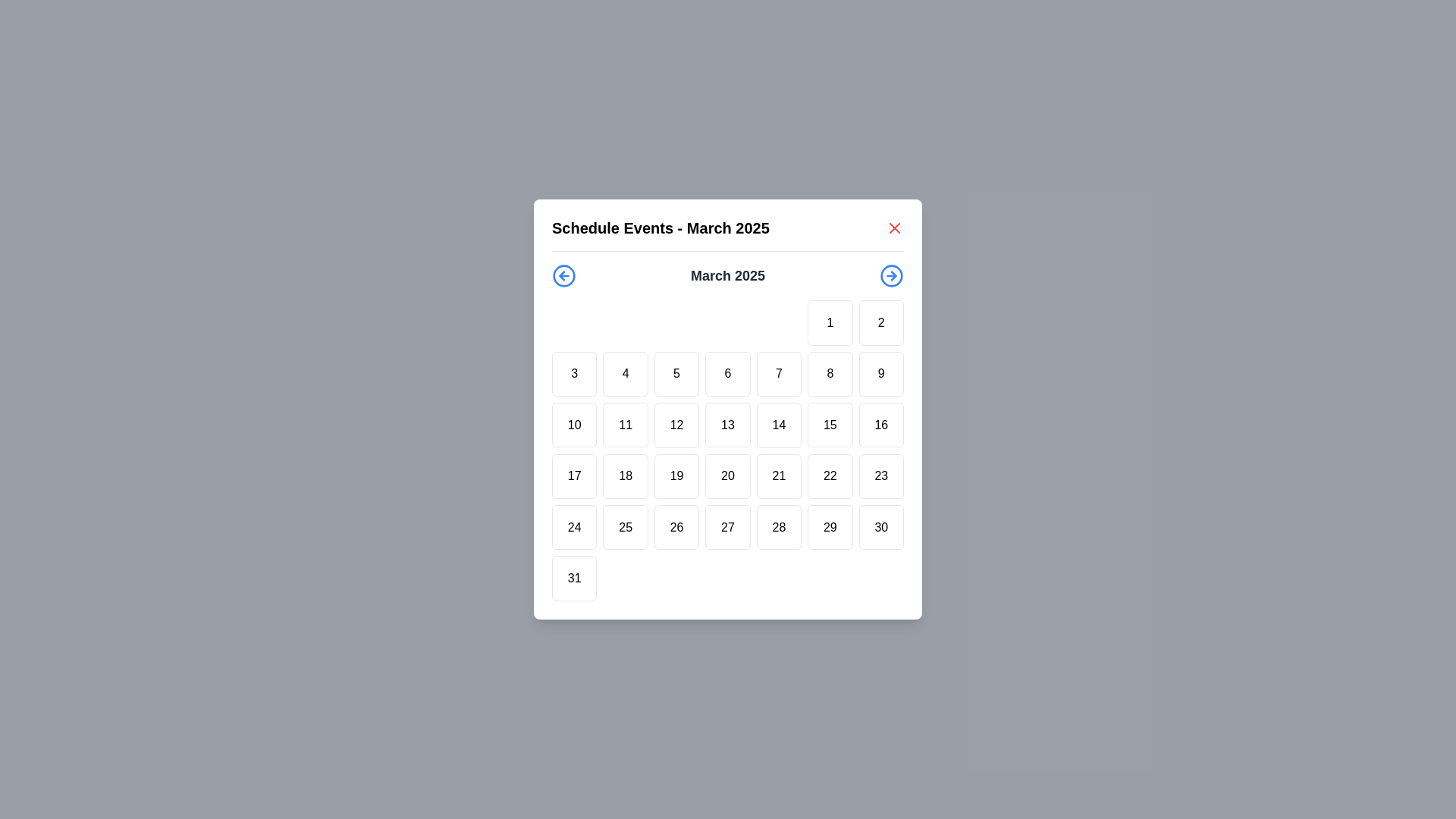  I want to click on the blank calendar cell located in the first row and fifth box of the calendar grid layout, so click(779, 322).